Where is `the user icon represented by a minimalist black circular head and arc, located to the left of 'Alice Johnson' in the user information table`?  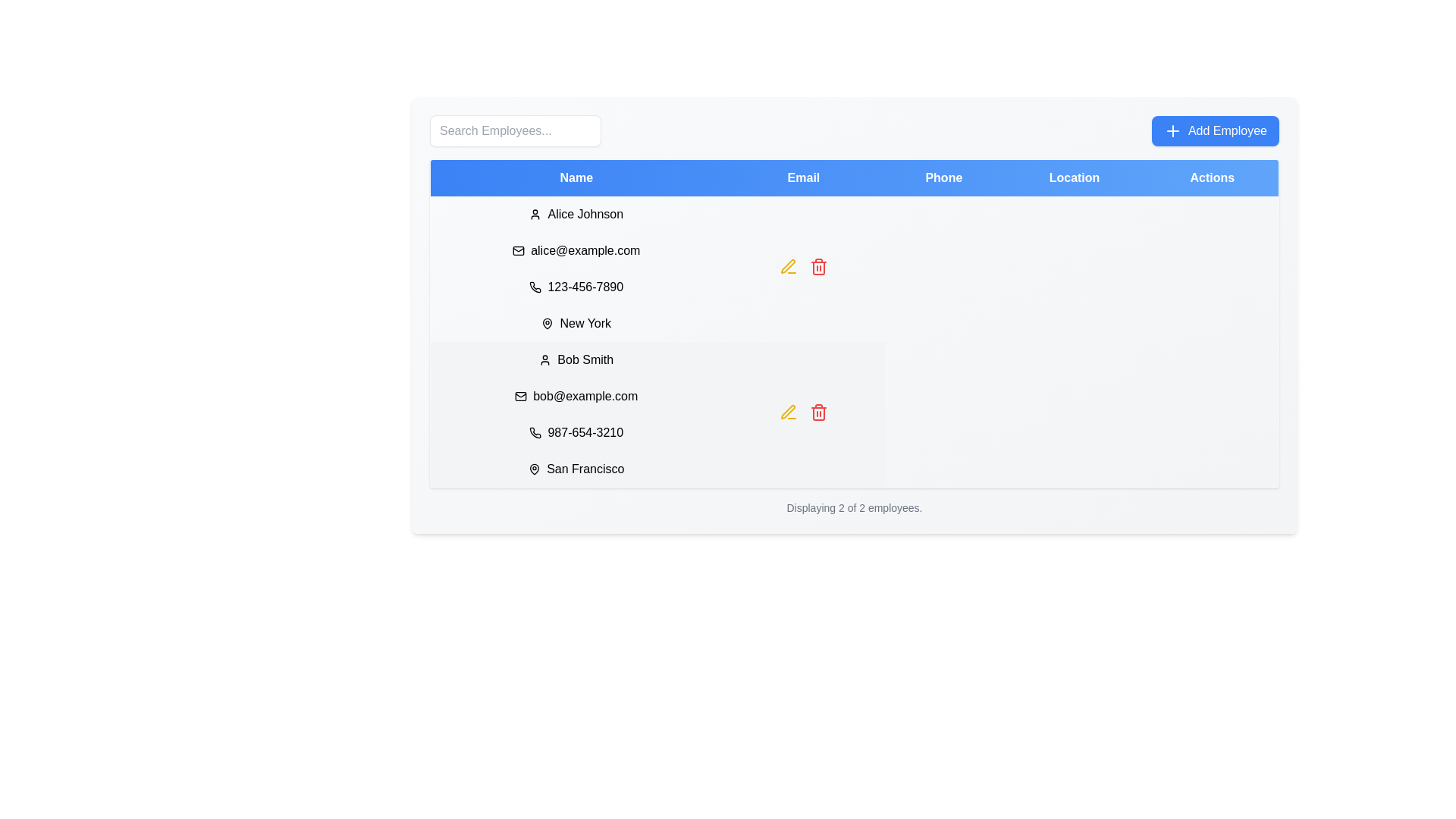
the user icon represented by a minimalist black circular head and arc, located to the left of 'Alice Johnson' in the user information table is located at coordinates (535, 214).